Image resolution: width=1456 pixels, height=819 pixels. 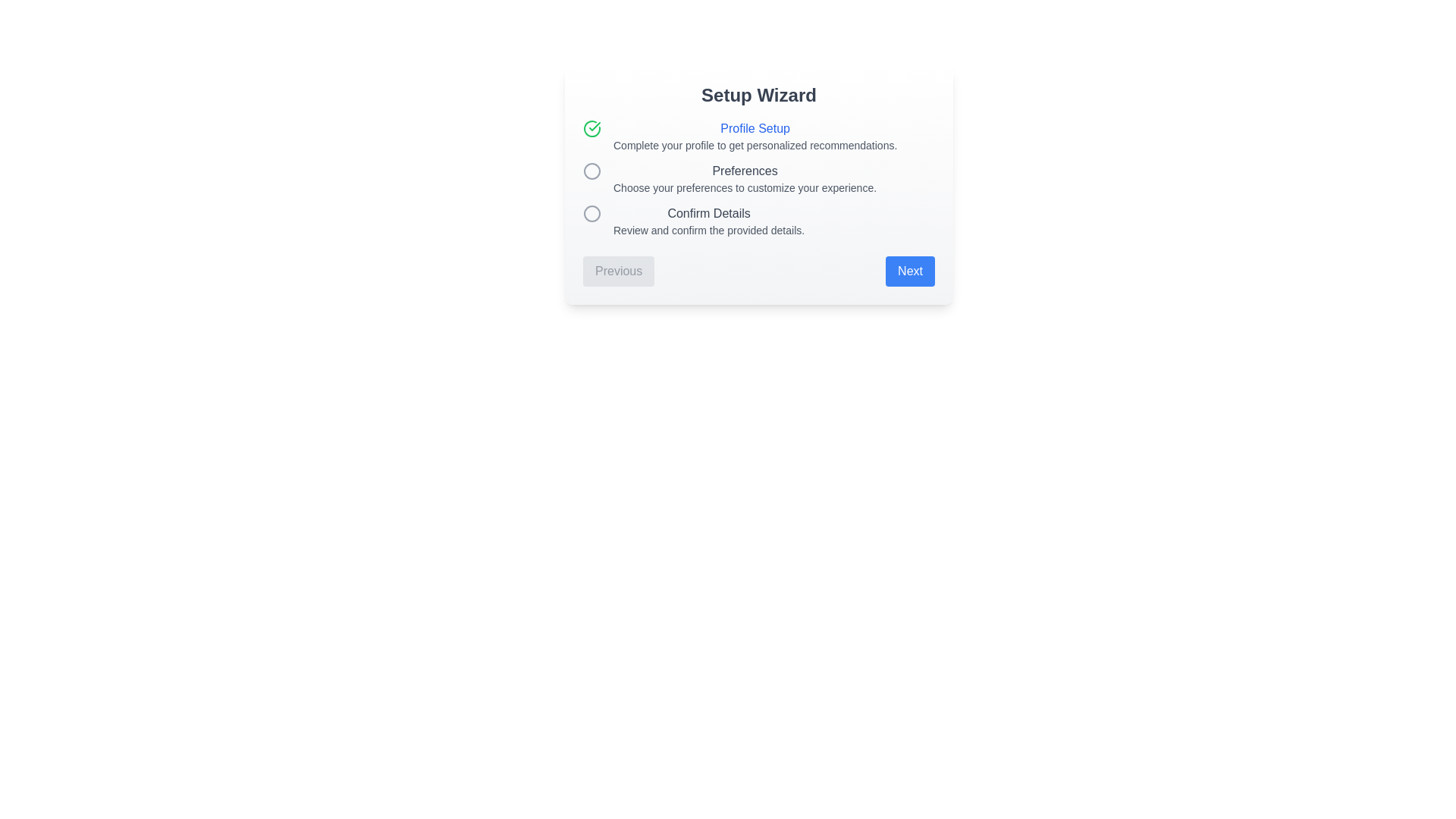 What do you see at coordinates (745, 171) in the screenshot?
I see `the text of the step Preferences to highlight or select it` at bounding box center [745, 171].